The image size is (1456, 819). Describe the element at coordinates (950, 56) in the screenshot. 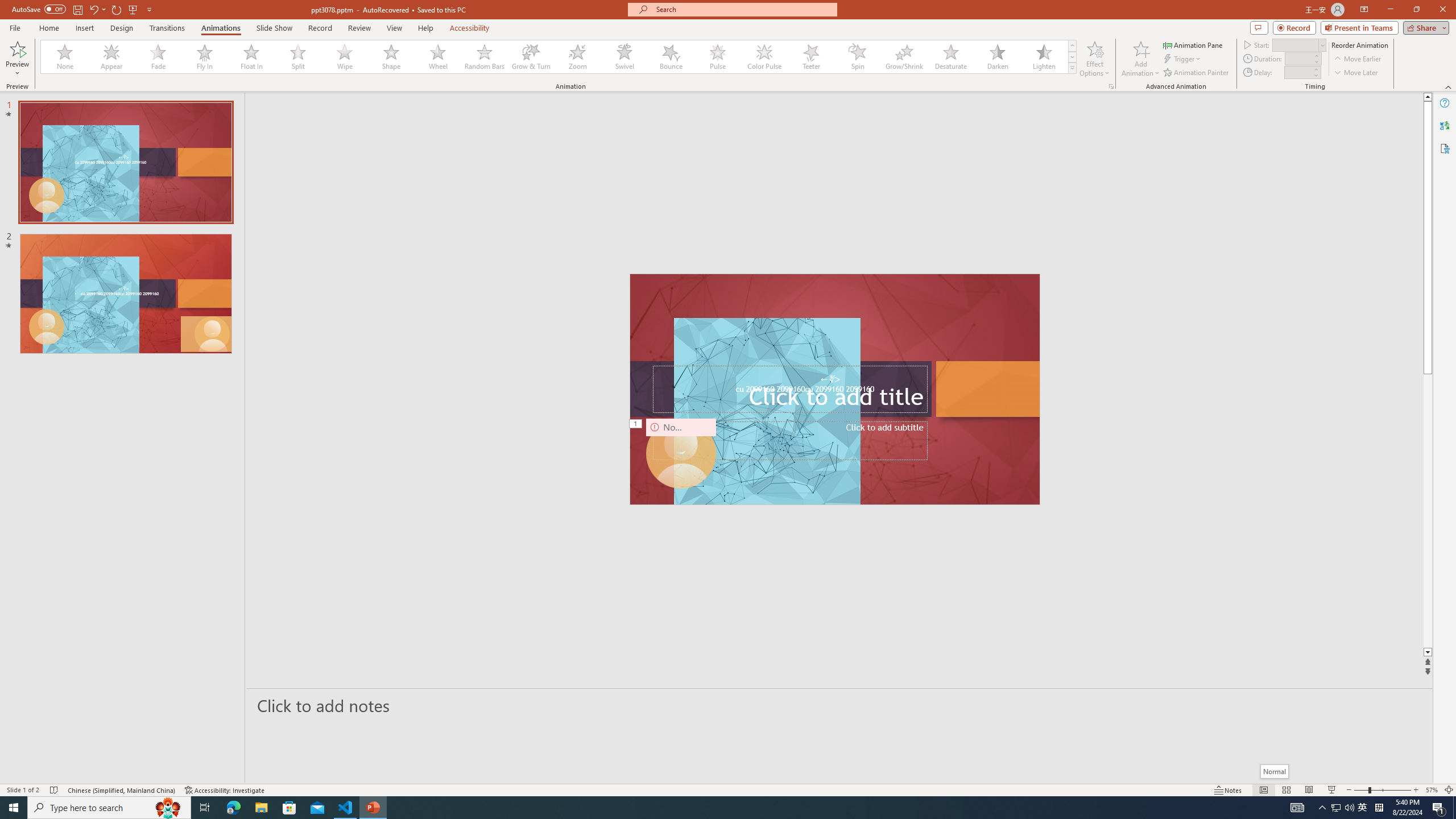

I see `'Desaturate'` at that location.